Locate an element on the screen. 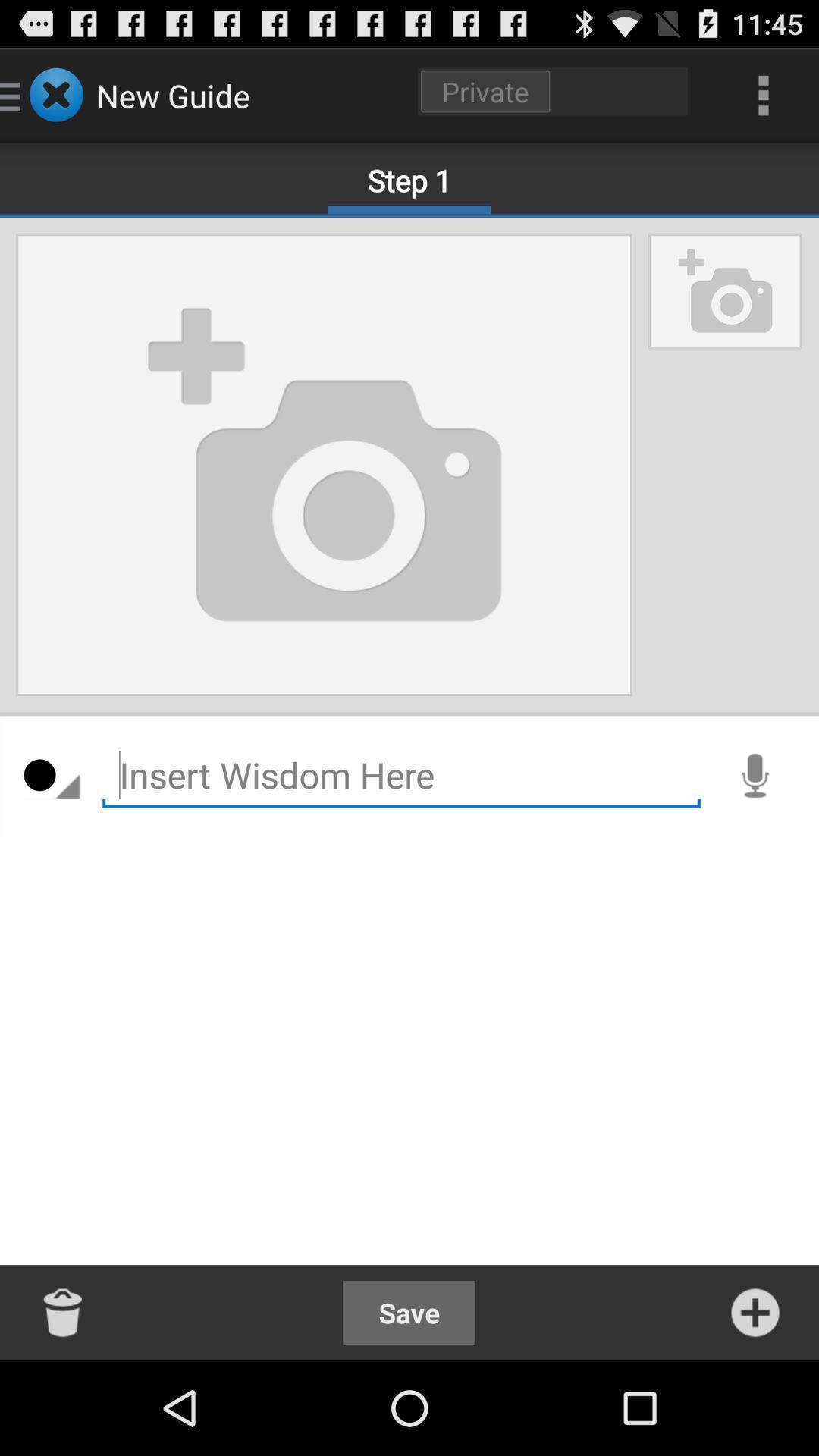 Image resolution: width=819 pixels, height=1456 pixels. item on the right is located at coordinates (755, 775).